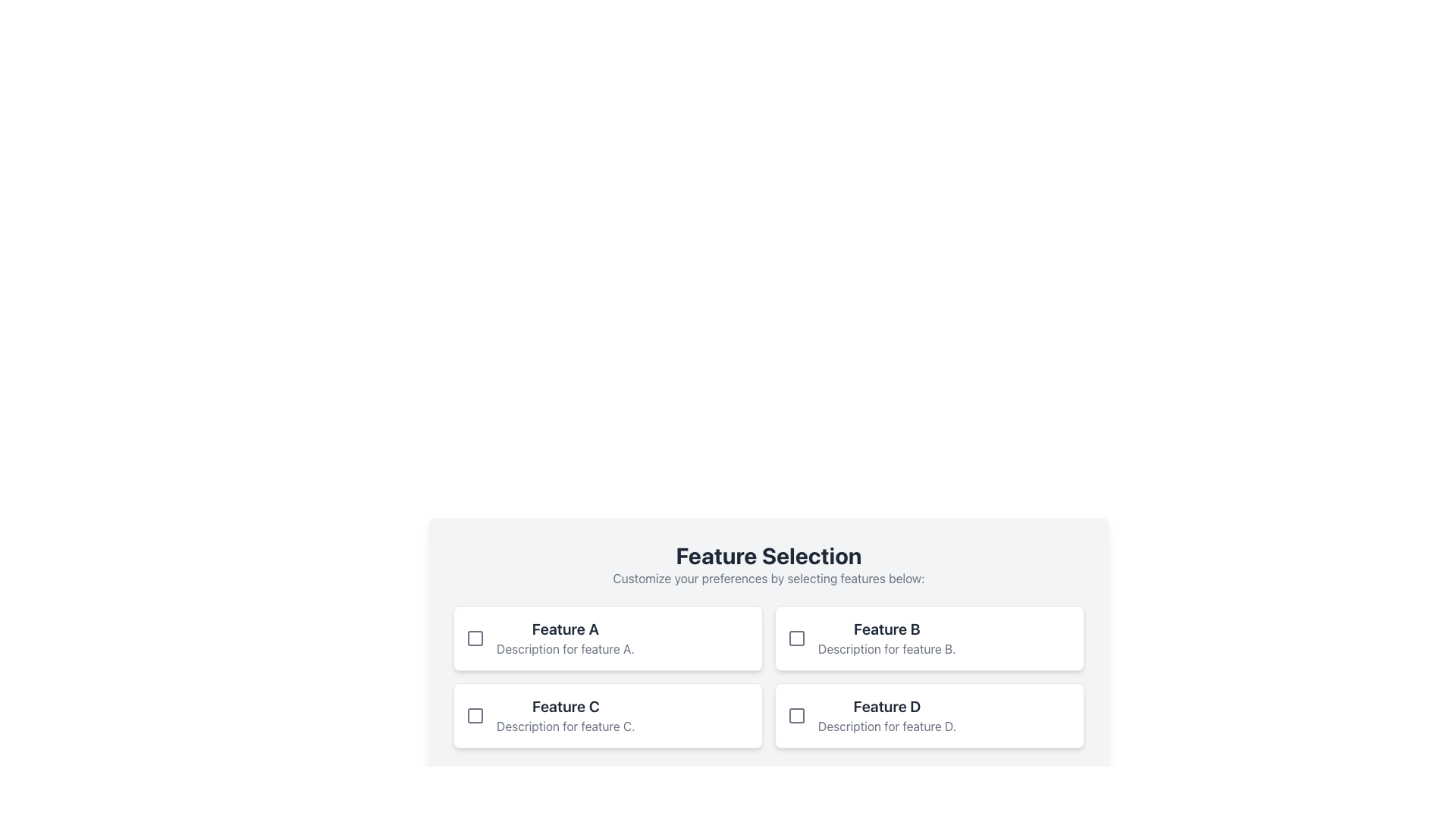  I want to click on the checkbox indicator for 'Feature B', so click(796, 638).